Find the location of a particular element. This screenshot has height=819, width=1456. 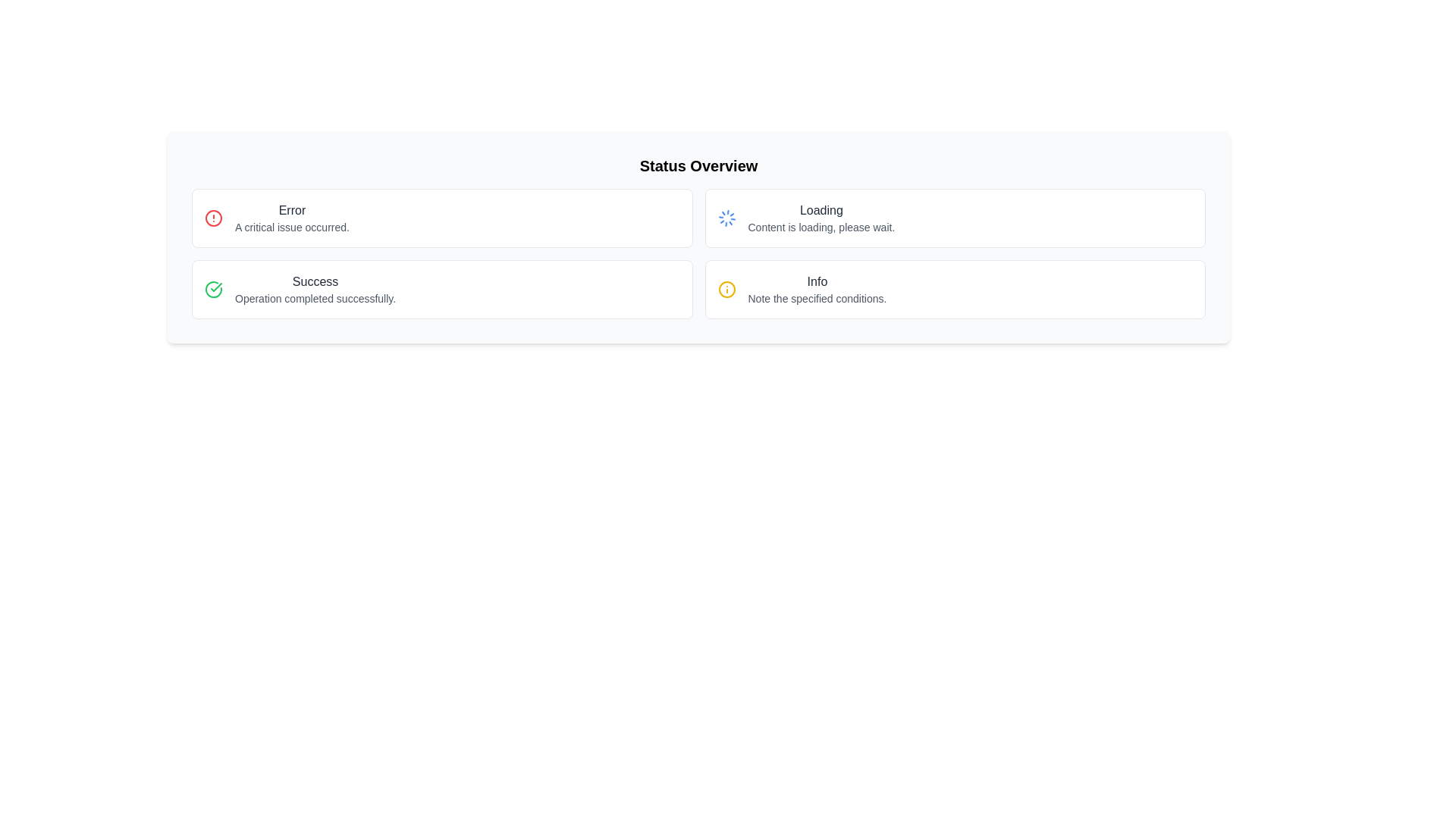

the TextBlock displaying 'Info' with the description 'Note the specified conditions.' located in the bottom-right card of the grid is located at coordinates (816, 289).